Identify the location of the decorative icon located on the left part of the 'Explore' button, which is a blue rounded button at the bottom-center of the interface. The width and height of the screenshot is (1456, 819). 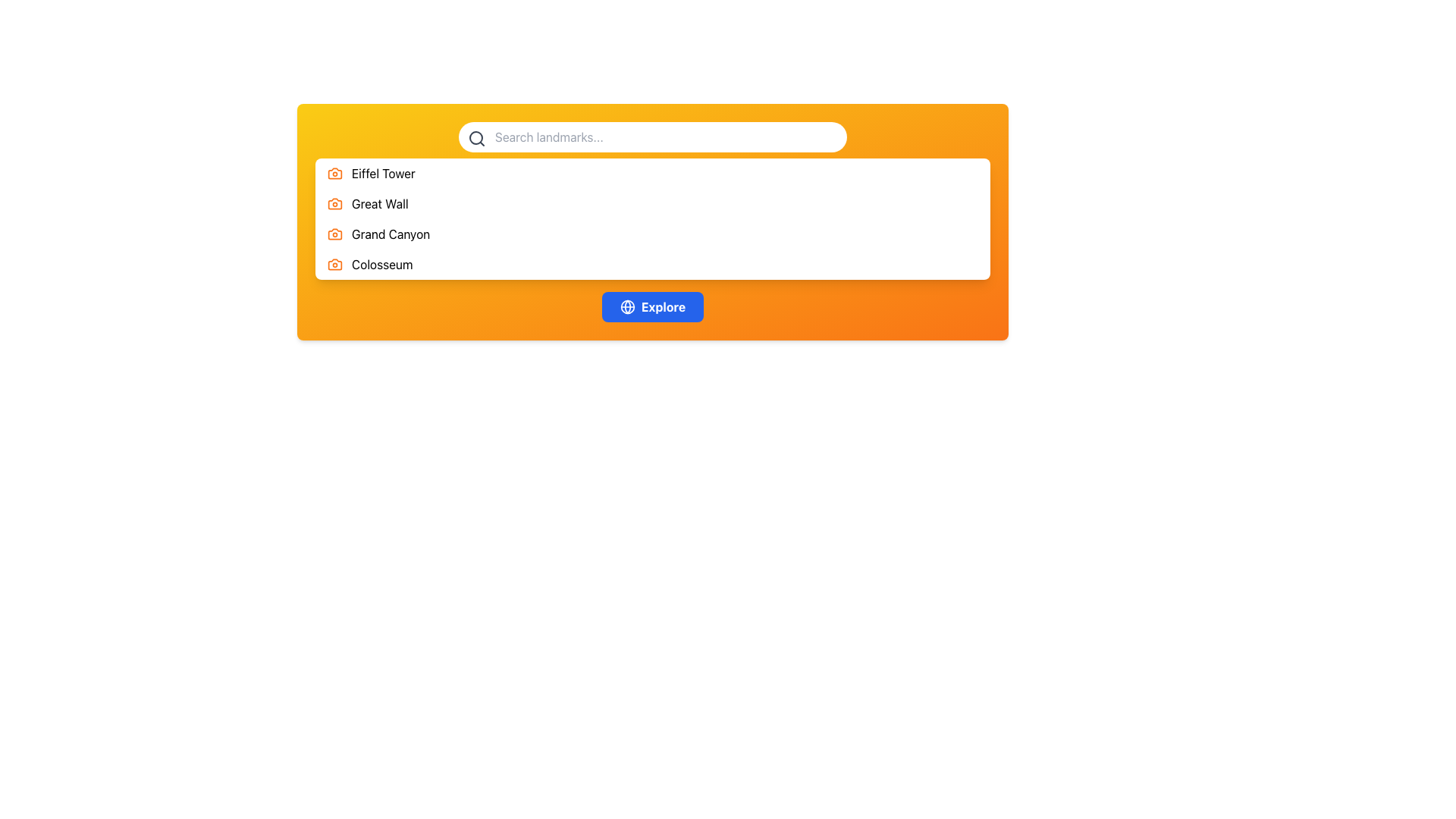
(627, 307).